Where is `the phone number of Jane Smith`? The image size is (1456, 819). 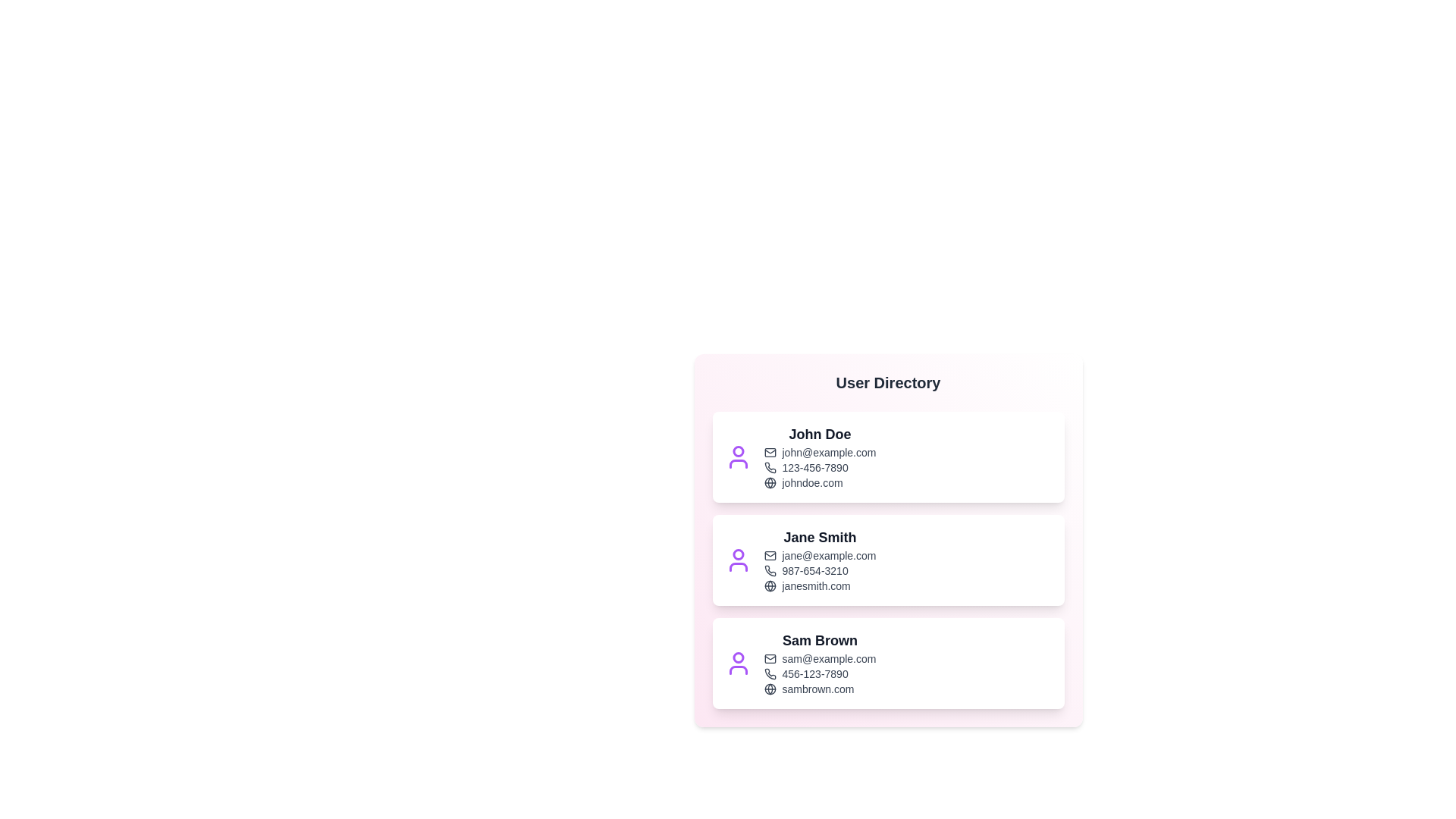
the phone number of Jane Smith is located at coordinates (819, 570).